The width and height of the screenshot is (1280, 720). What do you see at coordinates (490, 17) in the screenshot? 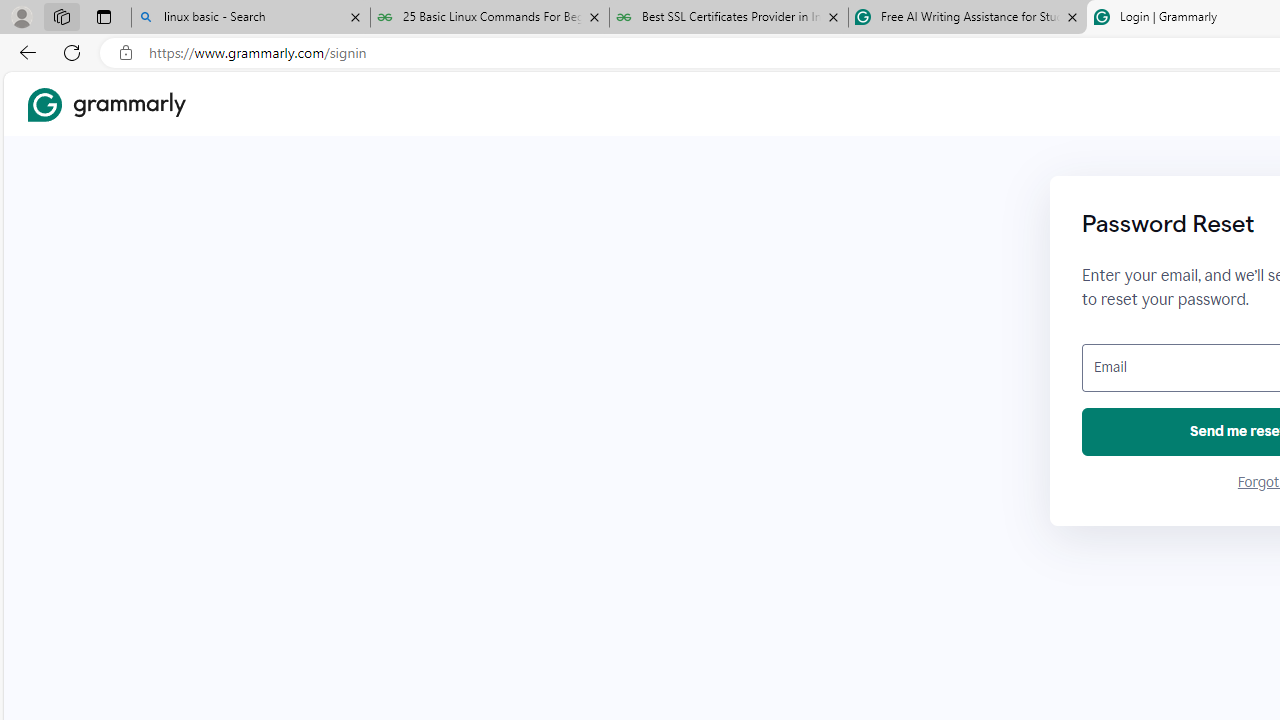
I see `'25 Basic Linux Commands For Beginners - GeeksforGeeks'` at bounding box center [490, 17].